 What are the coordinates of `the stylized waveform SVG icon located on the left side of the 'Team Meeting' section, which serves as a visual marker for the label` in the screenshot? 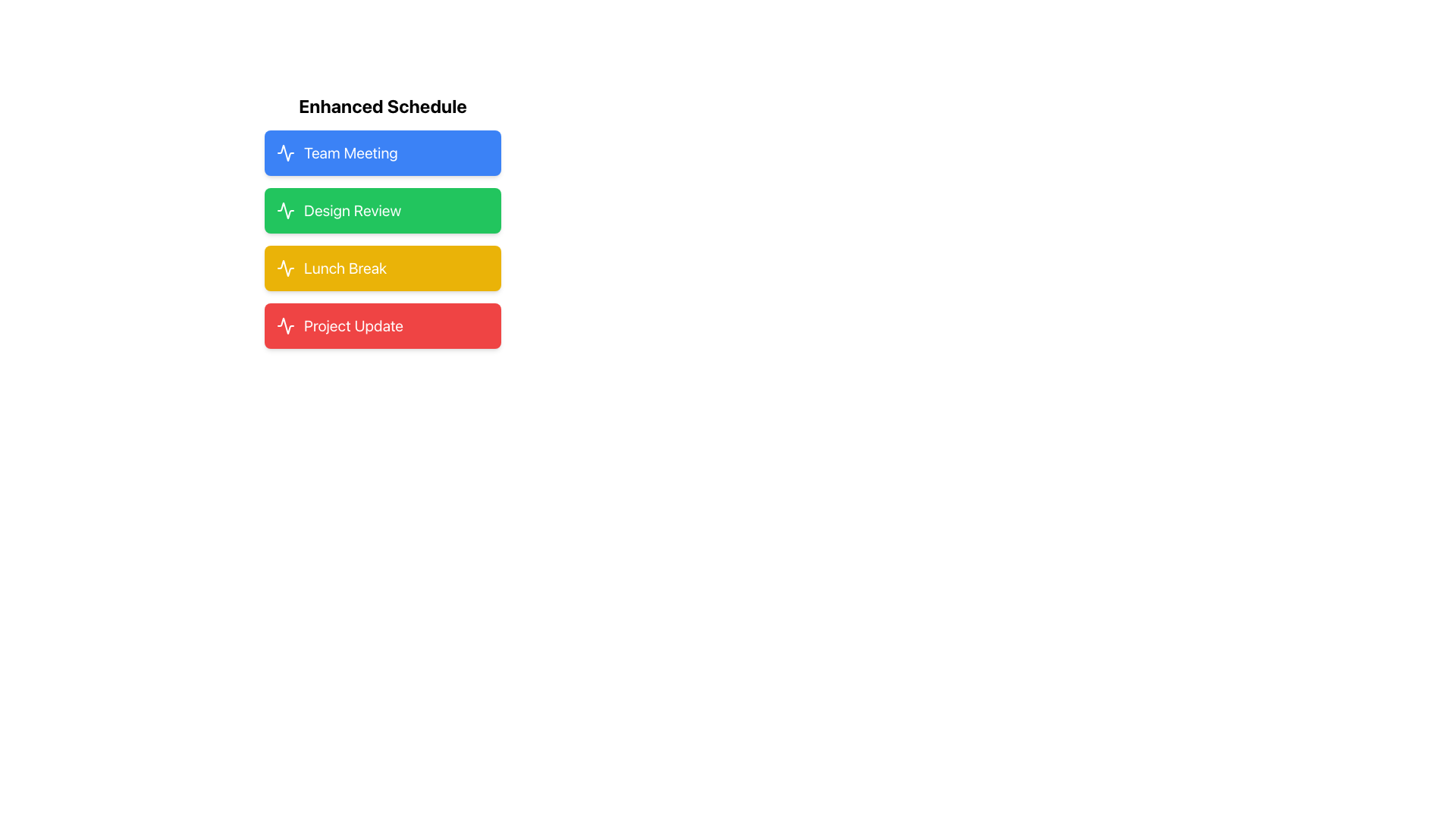 It's located at (286, 152).